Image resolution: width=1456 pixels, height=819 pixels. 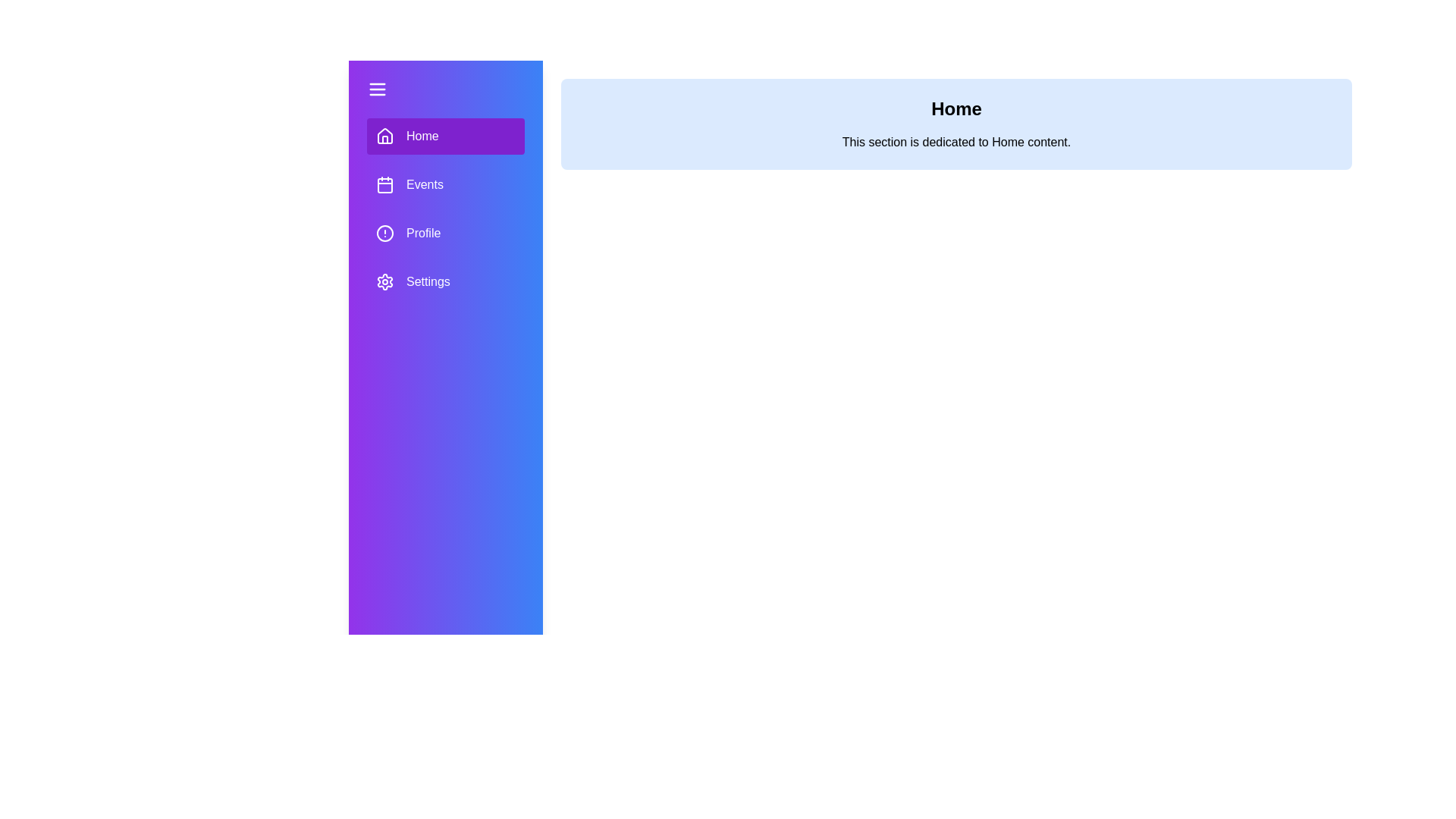 What do you see at coordinates (385, 184) in the screenshot?
I see `the calendar icon located in the 'Events' menu item, which is styled with rounded edges and a minimalistic outline` at bounding box center [385, 184].